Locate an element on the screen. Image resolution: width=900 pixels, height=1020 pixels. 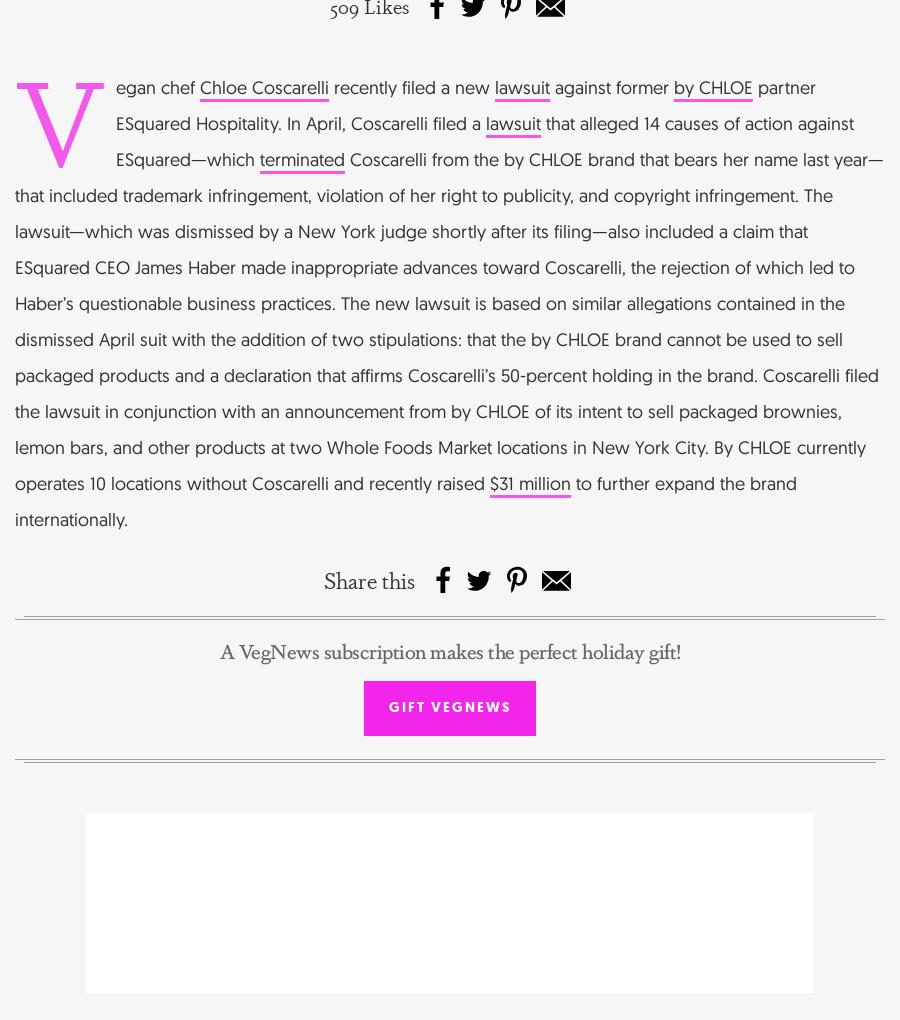
'Share this' is located at coordinates (369, 578).